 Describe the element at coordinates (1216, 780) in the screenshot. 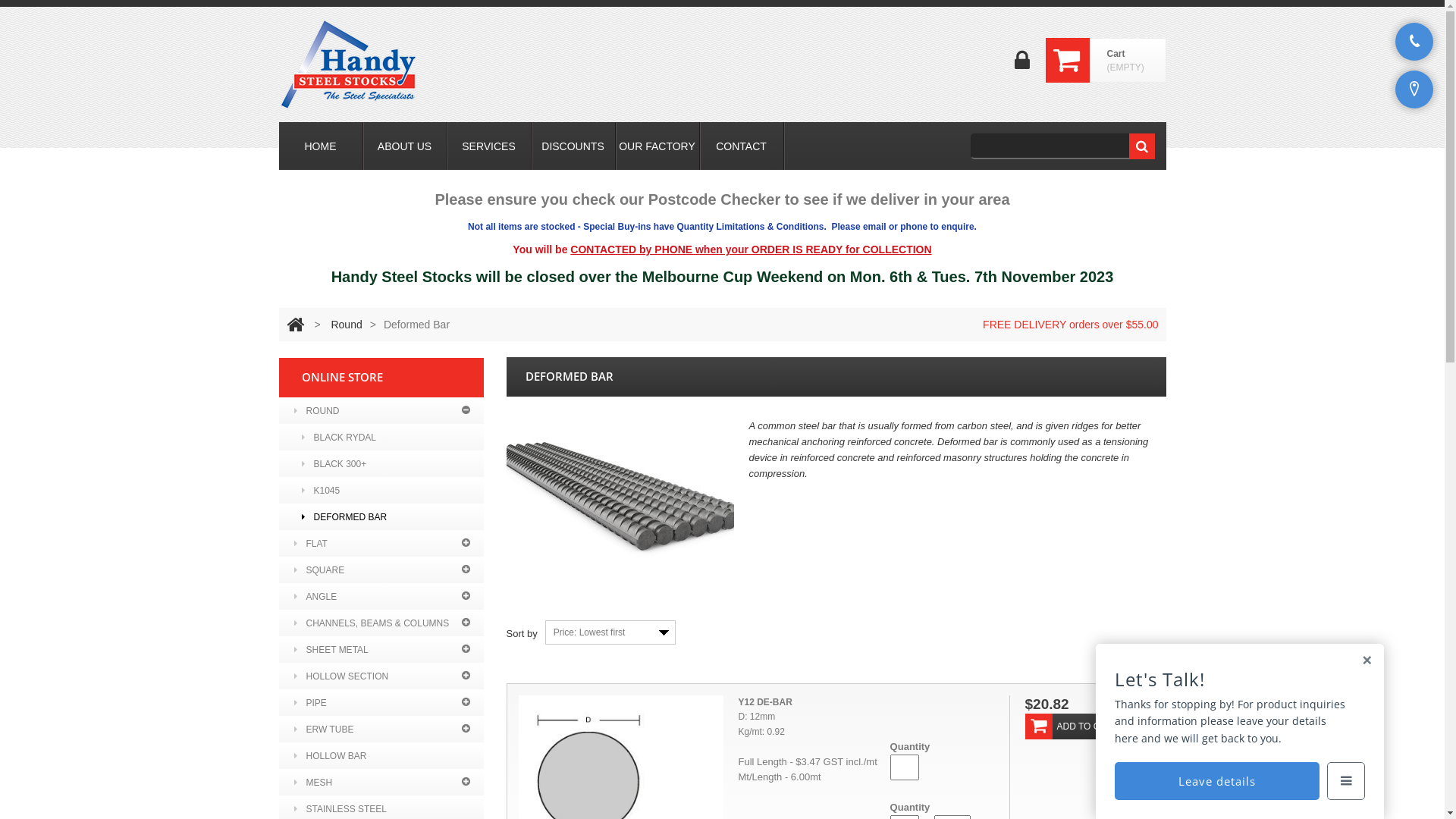

I see `'Leave details'` at that location.